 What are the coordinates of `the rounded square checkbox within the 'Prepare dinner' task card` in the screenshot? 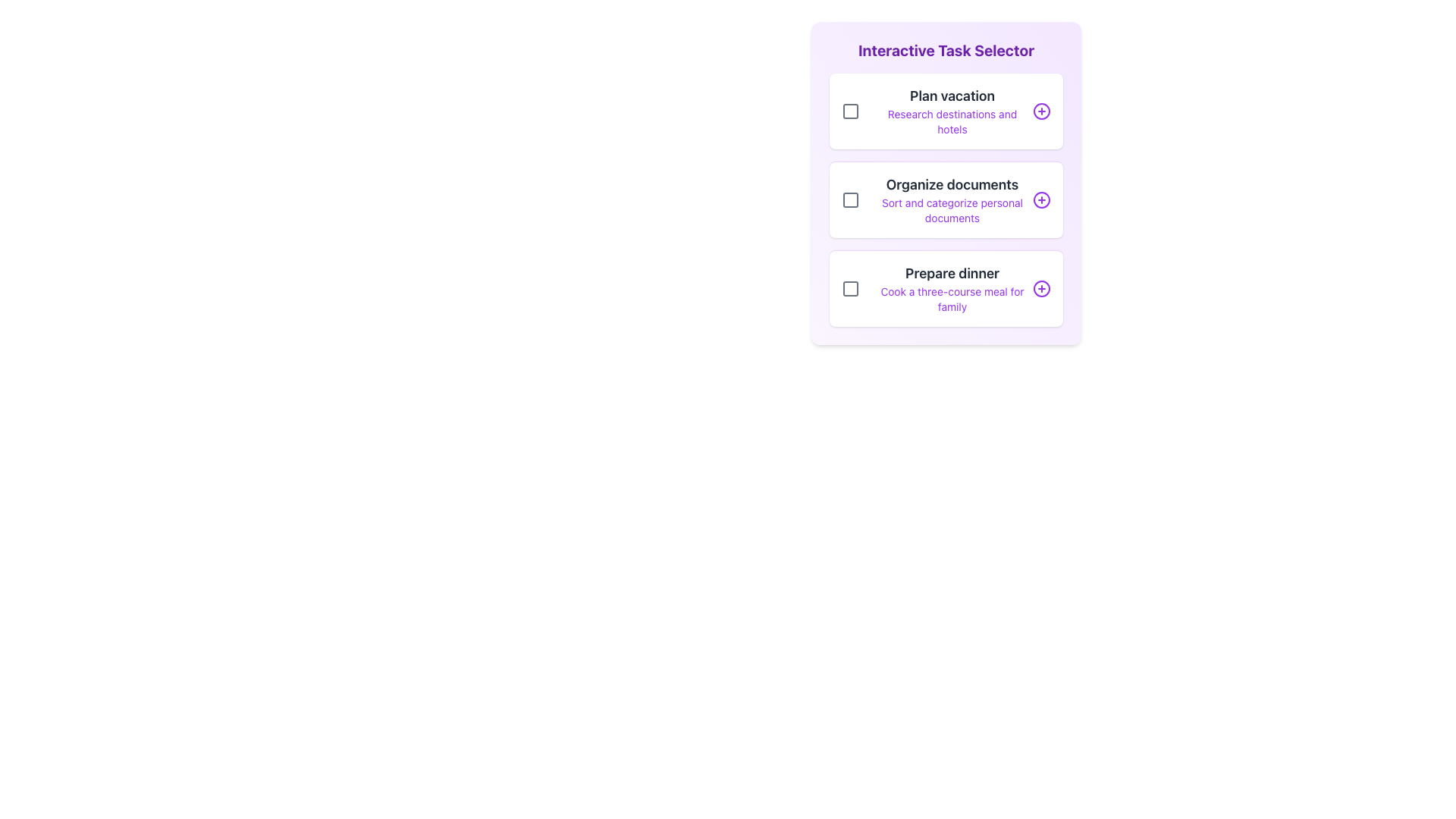 It's located at (851, 289).